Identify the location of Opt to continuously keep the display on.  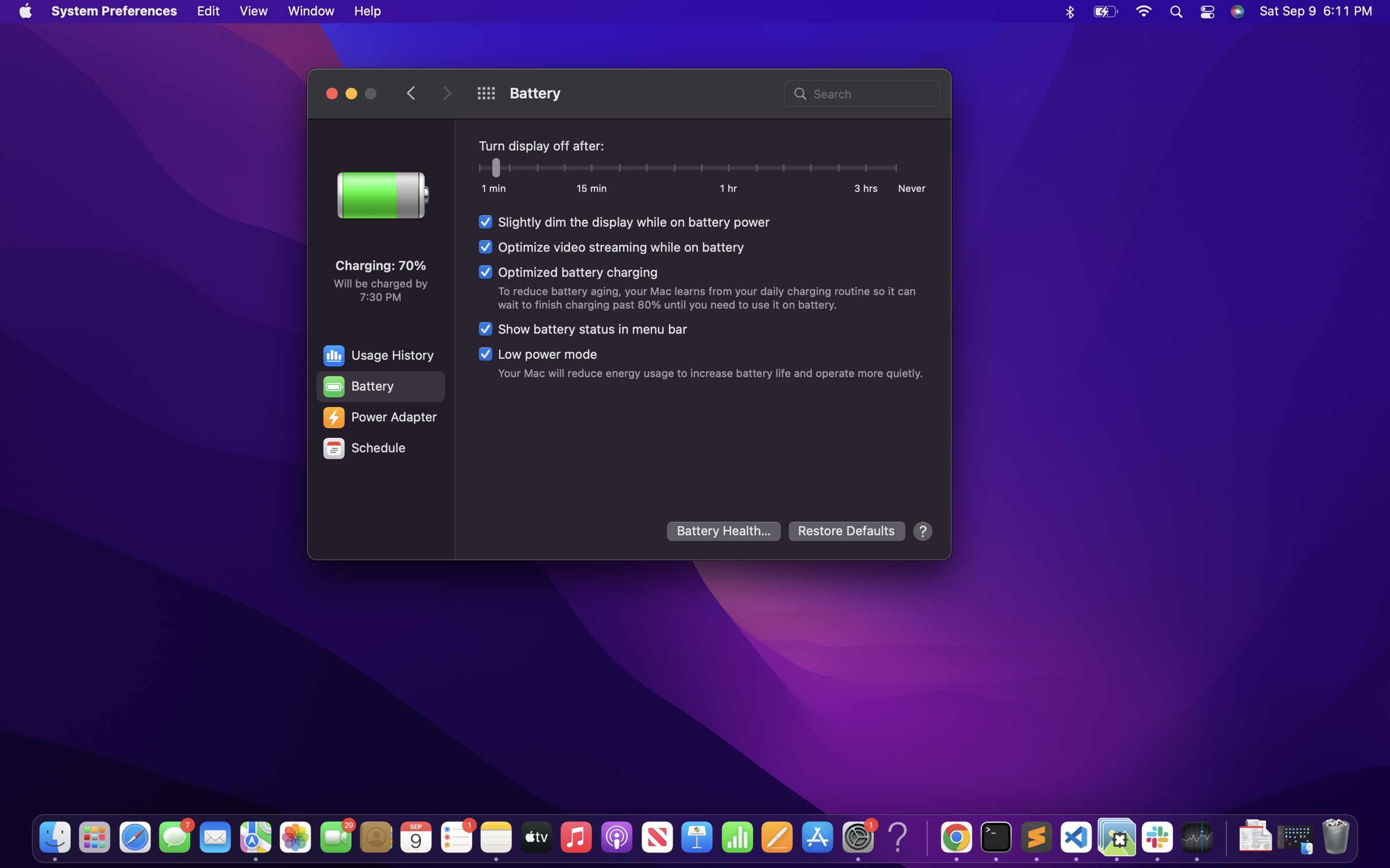
(896, 165).